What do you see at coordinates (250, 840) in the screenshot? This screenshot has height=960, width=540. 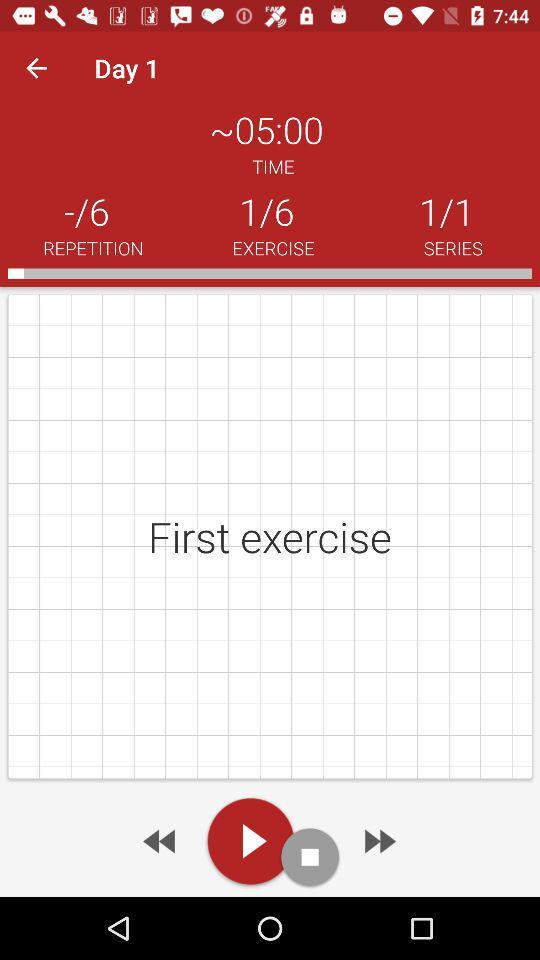 I see `to play video` at bounding box center [250, 840].